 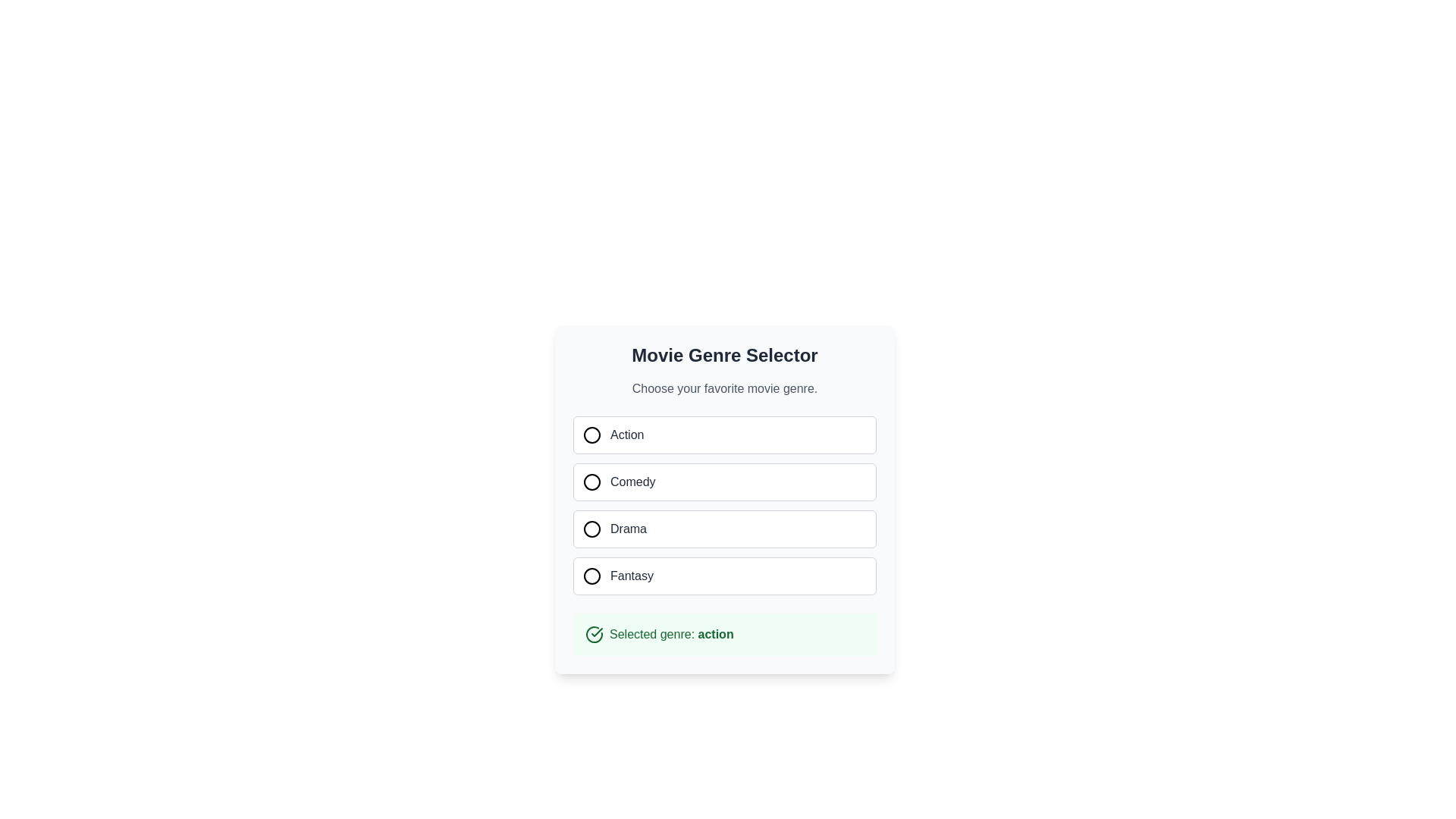 What do you see at coordinates (591, 435) in the screenshot?
I see `the selection indicator circle within the radio button for the 'Action' option in the 'Movie Genre Selector' UI` at bounding box center [591, 435].